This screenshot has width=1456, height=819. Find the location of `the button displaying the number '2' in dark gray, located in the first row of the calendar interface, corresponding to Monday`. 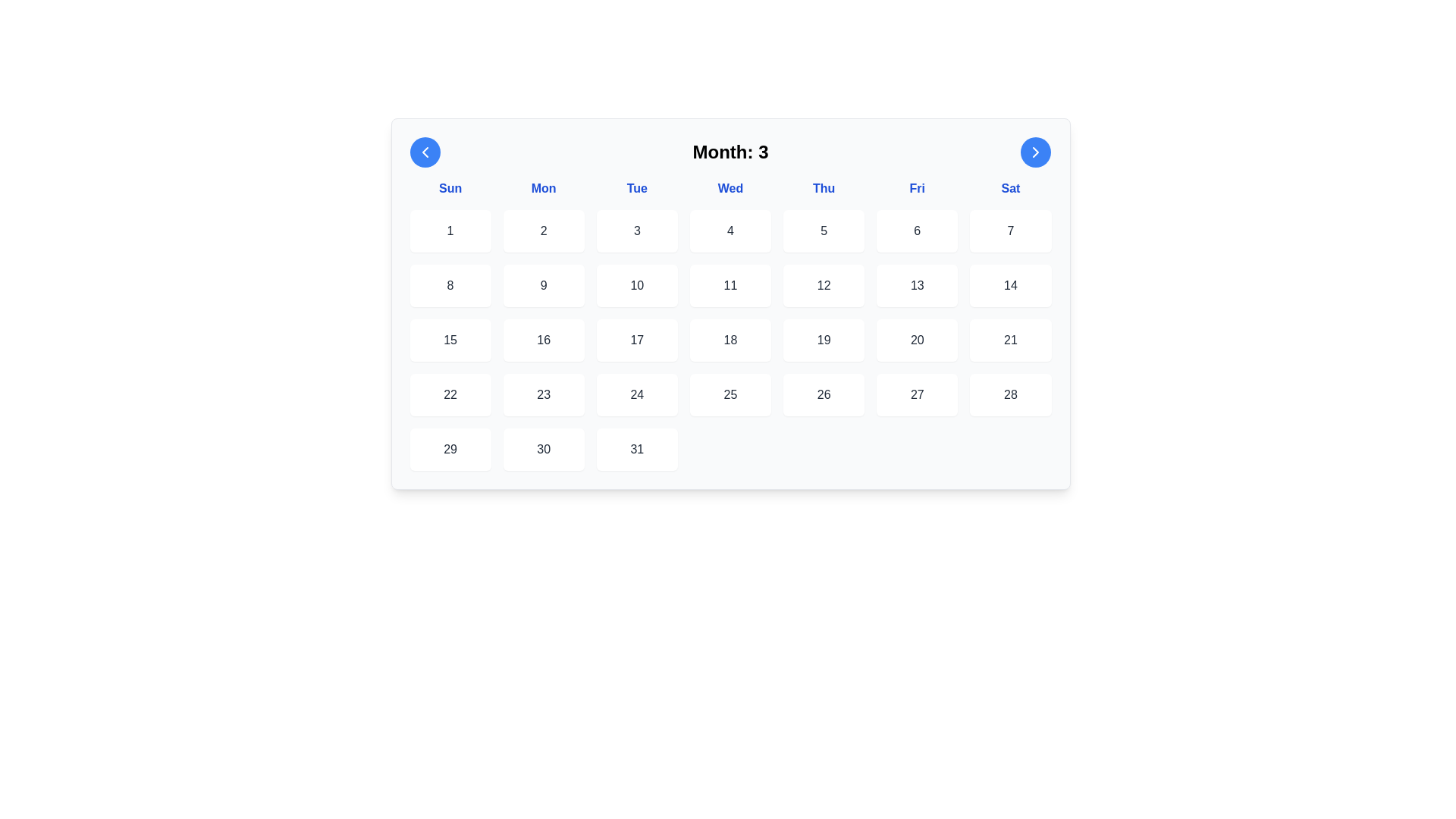

the button displaying the number '2' in dark gray, located in the first row of the calendar interface, corresponding to Monday is located at coordinates (544, 231).